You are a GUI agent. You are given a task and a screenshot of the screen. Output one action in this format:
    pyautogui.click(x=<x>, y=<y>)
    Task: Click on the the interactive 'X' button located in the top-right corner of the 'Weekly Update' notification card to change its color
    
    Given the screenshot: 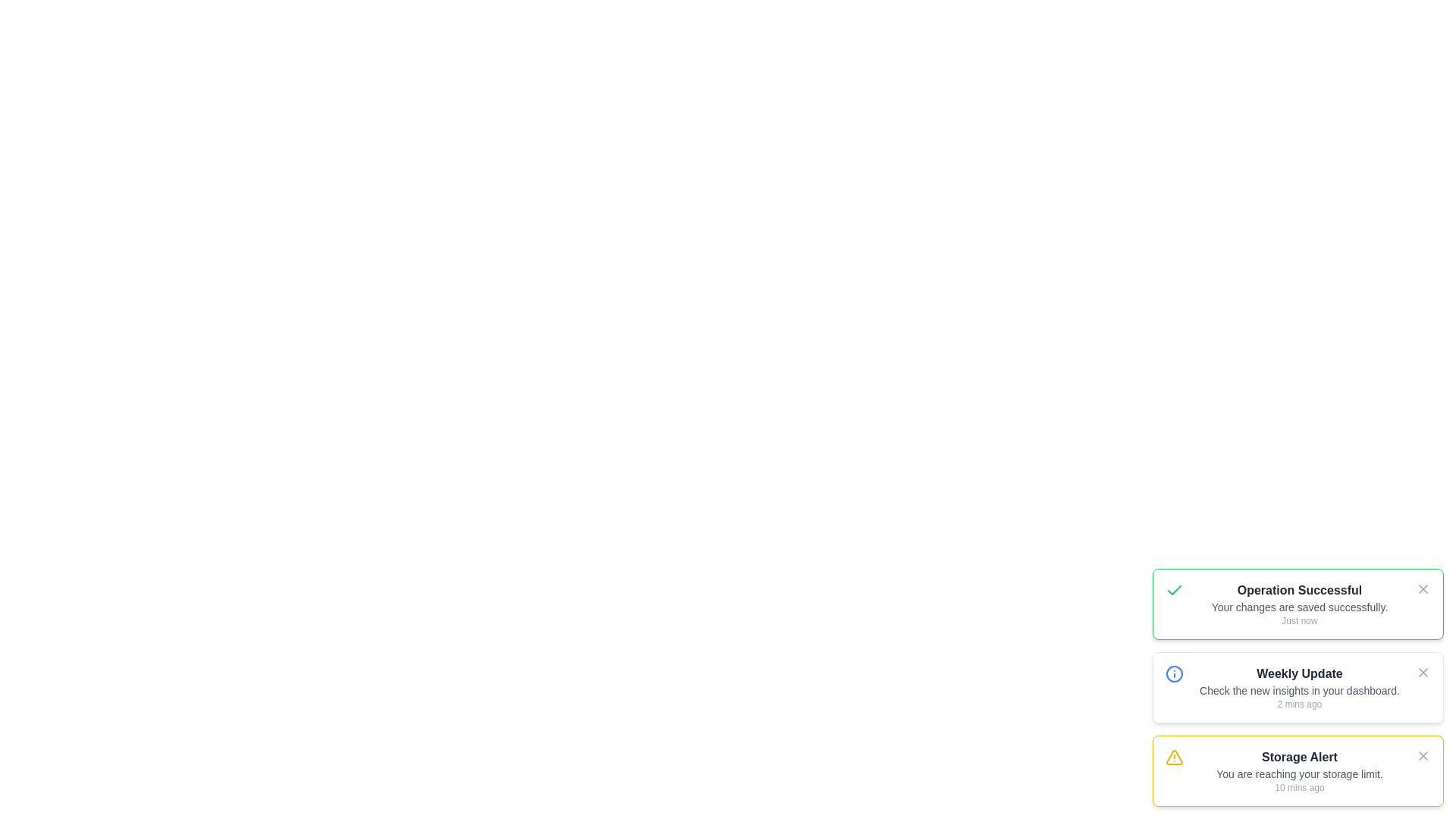 What is the action you would take?
    pyautogui.click(x=1422, y=672)
    